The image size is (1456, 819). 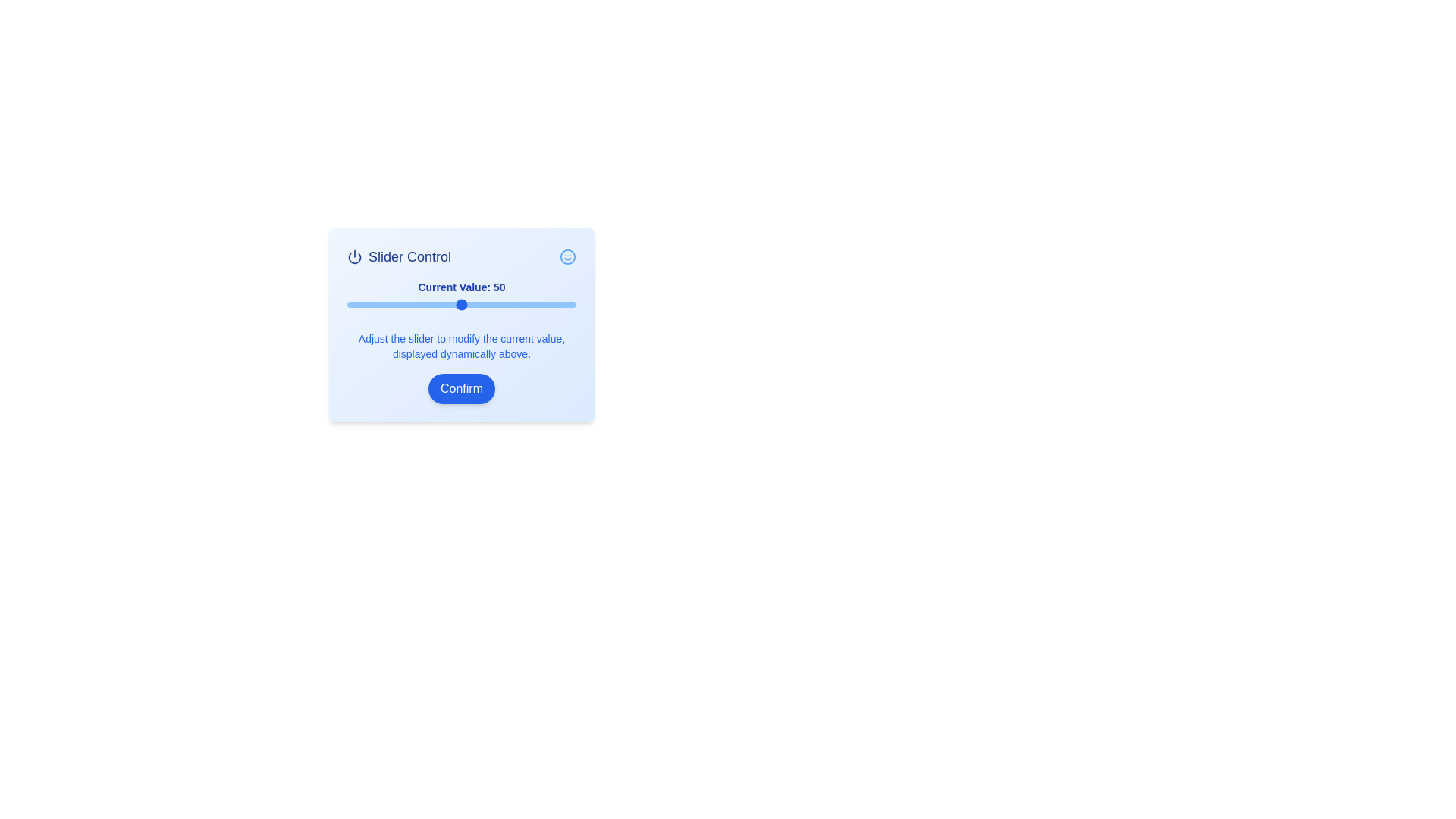 What do you see at coordinates (358, 304) in the screenshot?
I see `the slider's value` at bounding box center [358, 304].